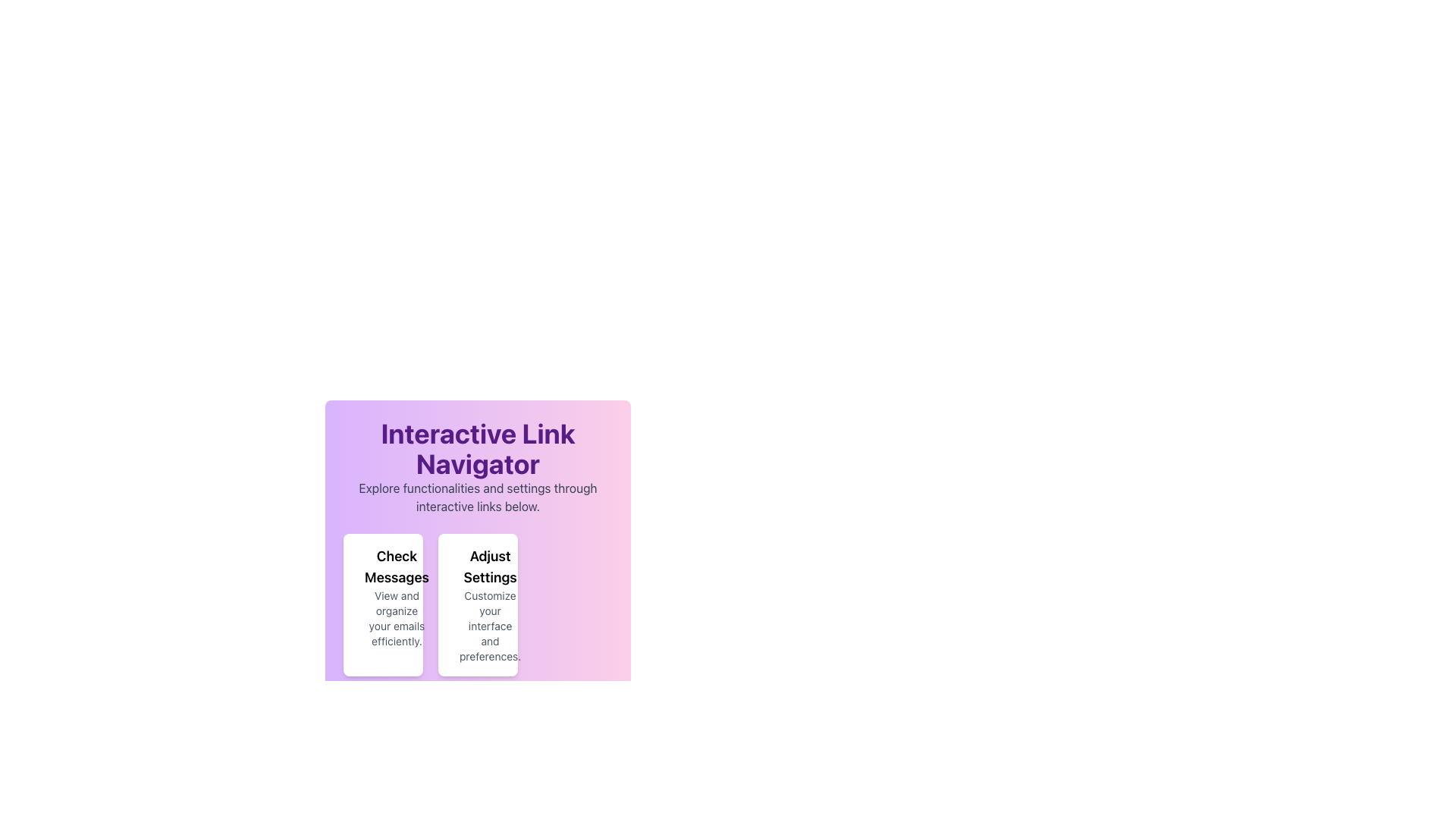 Image resolution: width=1456 pixels, height=819 pixels. What do you see at coordinates (477, 547) in the screenshot?
I see `the card titled 'Adjust Settings' which is the second card in a row of two cards, located on a white background with rounded corners` at bounding box center [477, 547].